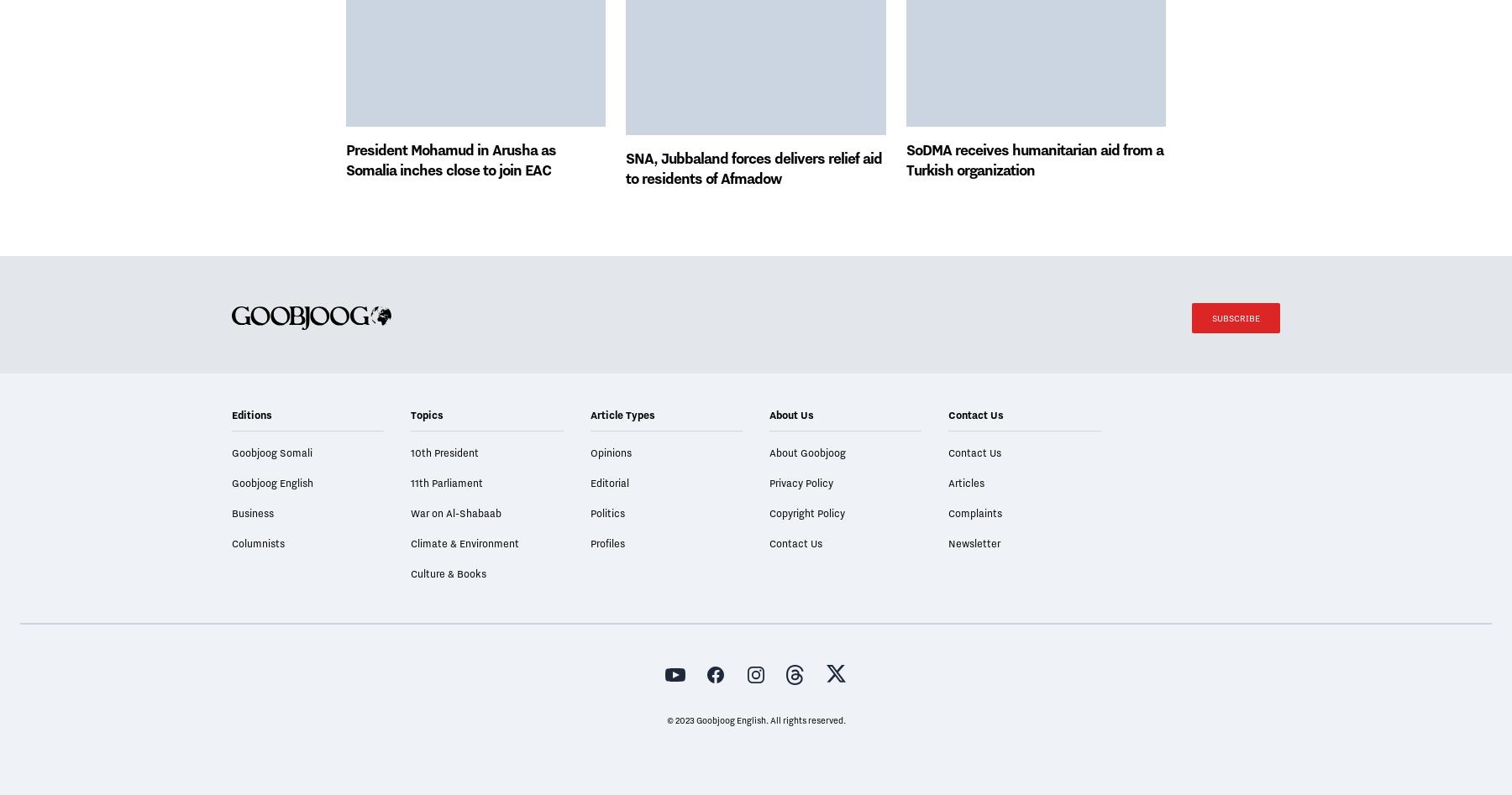  I want to click on 'Climate & Environment', so click(464, 589).